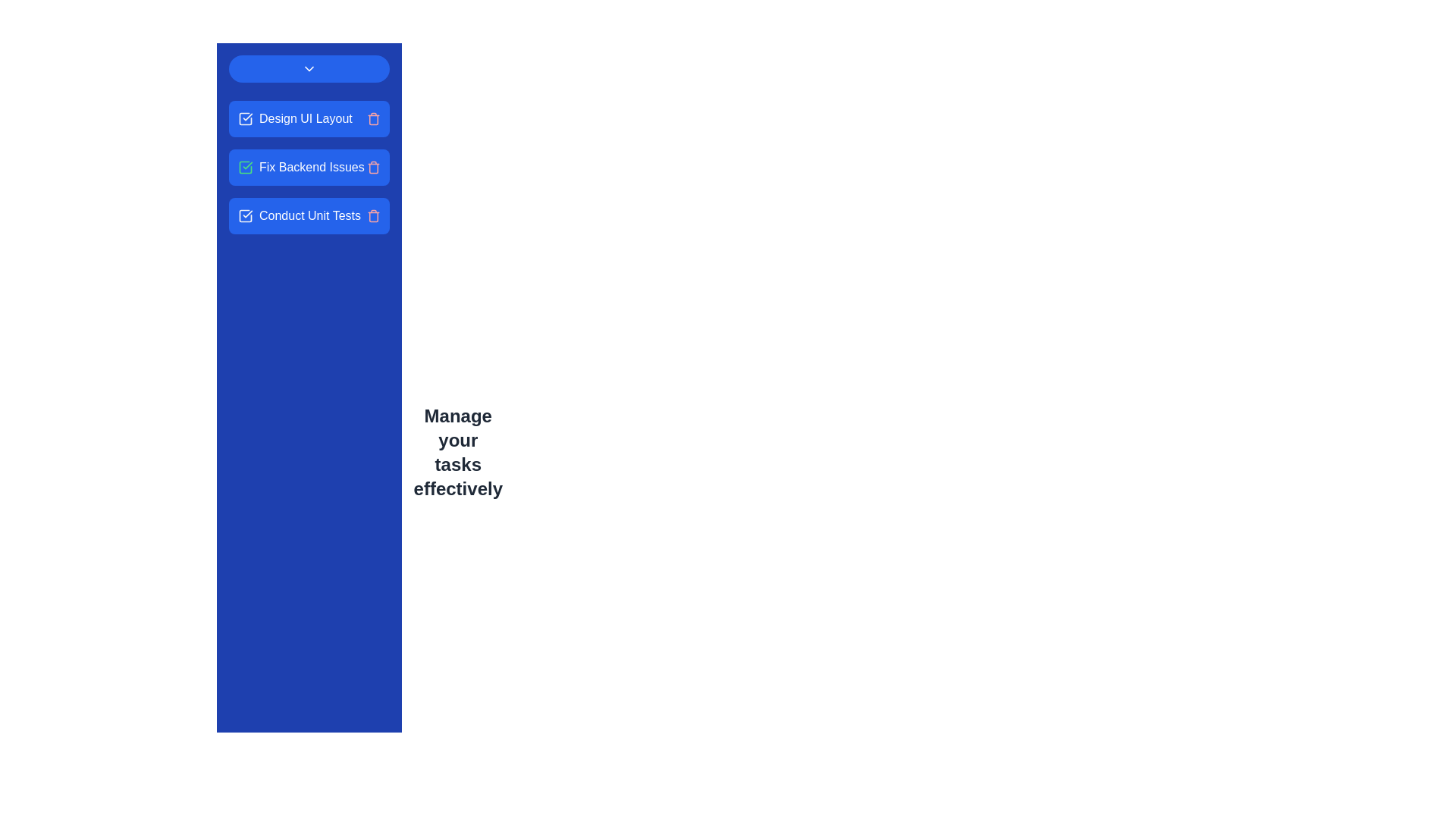  I want to click on the text label displaying 'Conduct Unit Tests', so click(309, 216).